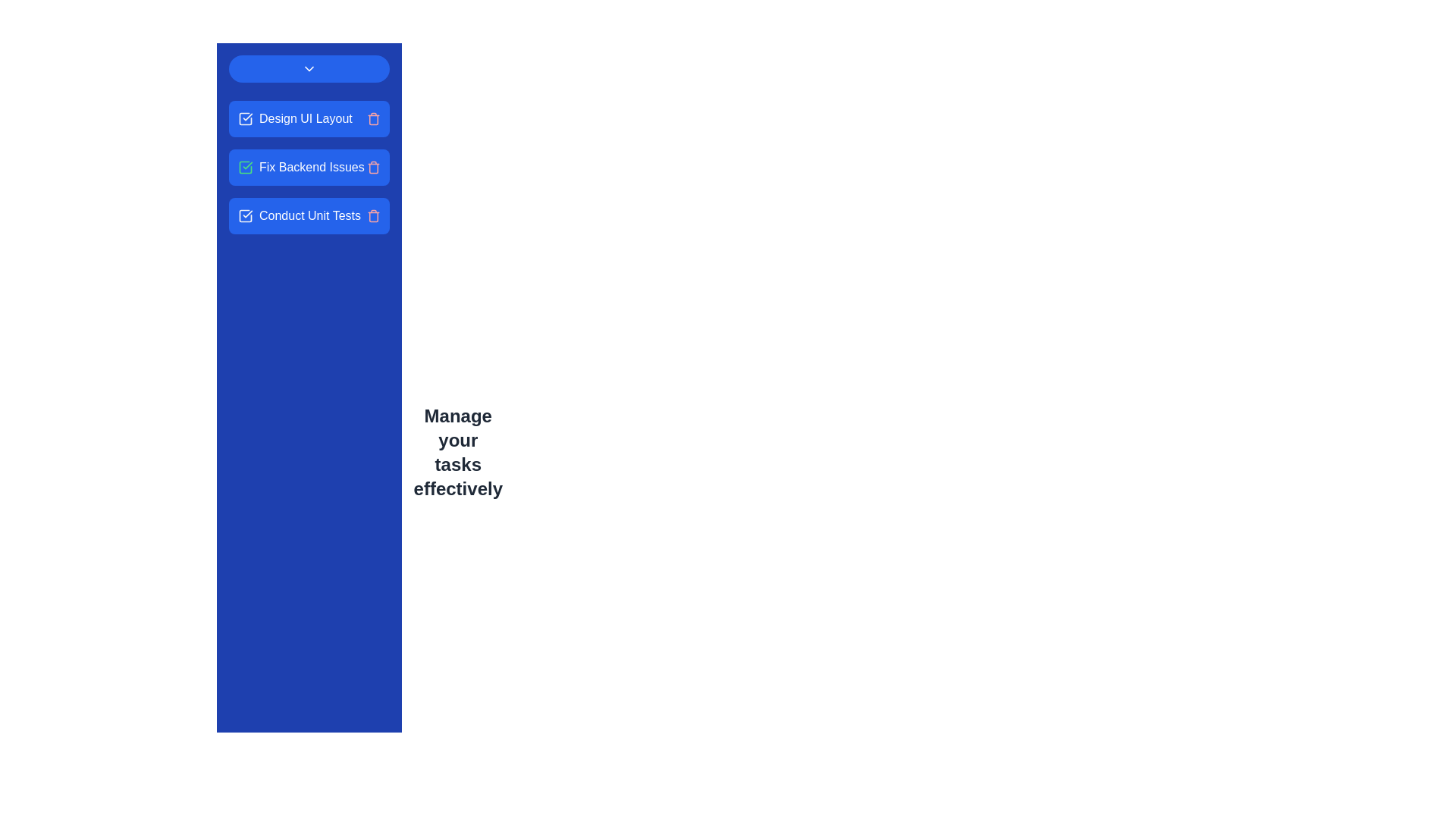  I want to click on the text label displaying 'Conduct Unit Tests', so click(309, 216).